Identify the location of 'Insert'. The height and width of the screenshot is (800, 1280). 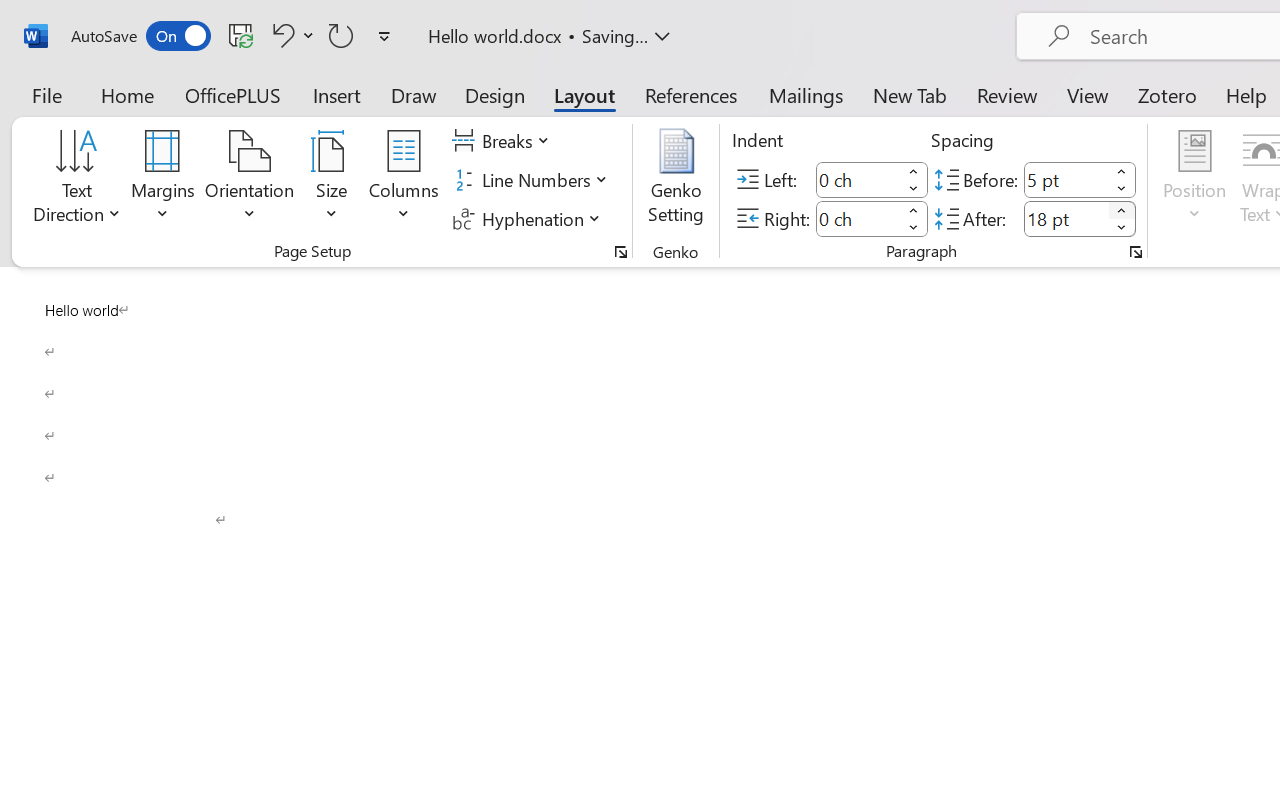
(337, 94).